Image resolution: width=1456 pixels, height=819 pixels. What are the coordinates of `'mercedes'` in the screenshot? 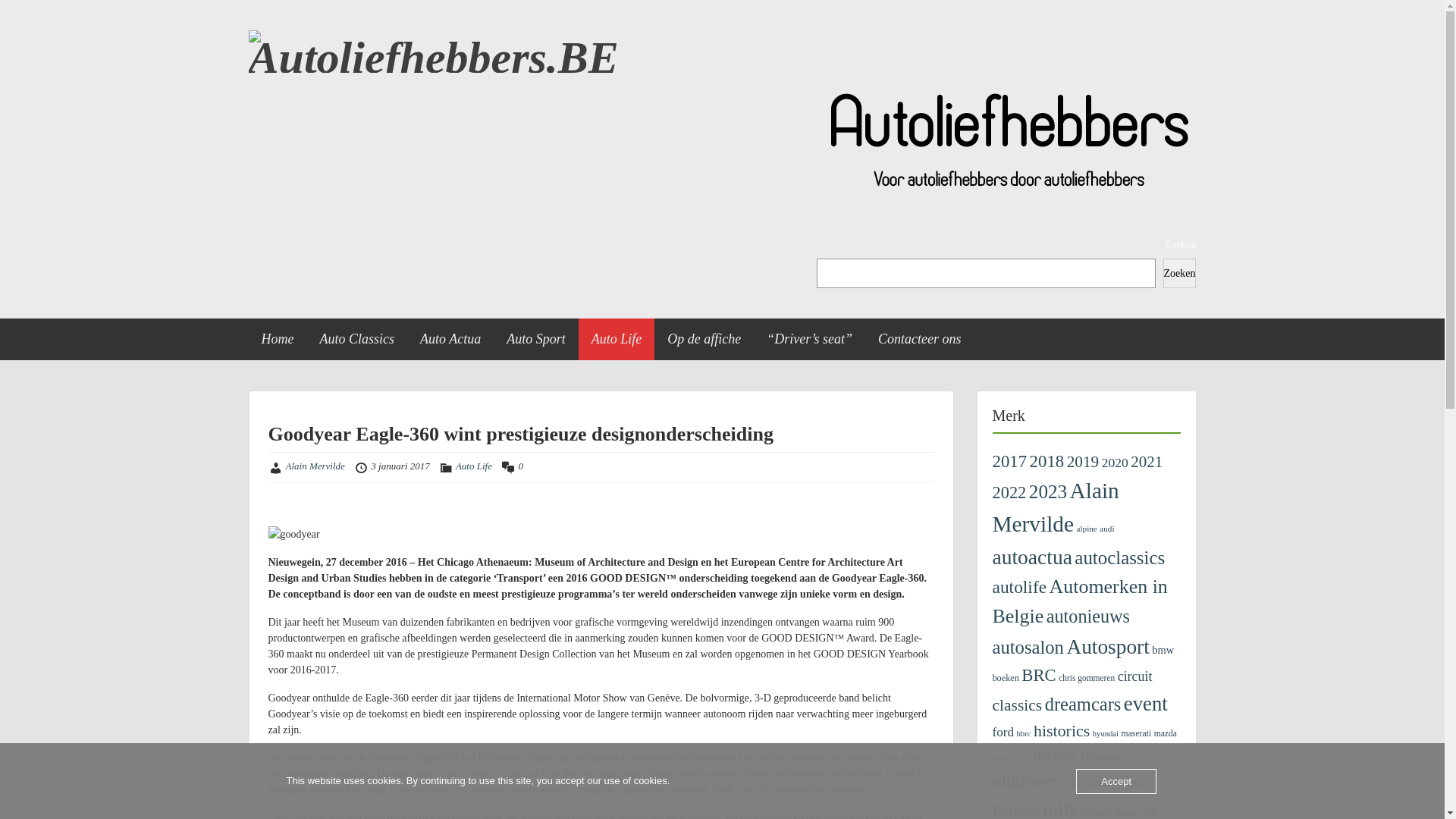 It's located at (992, 758).